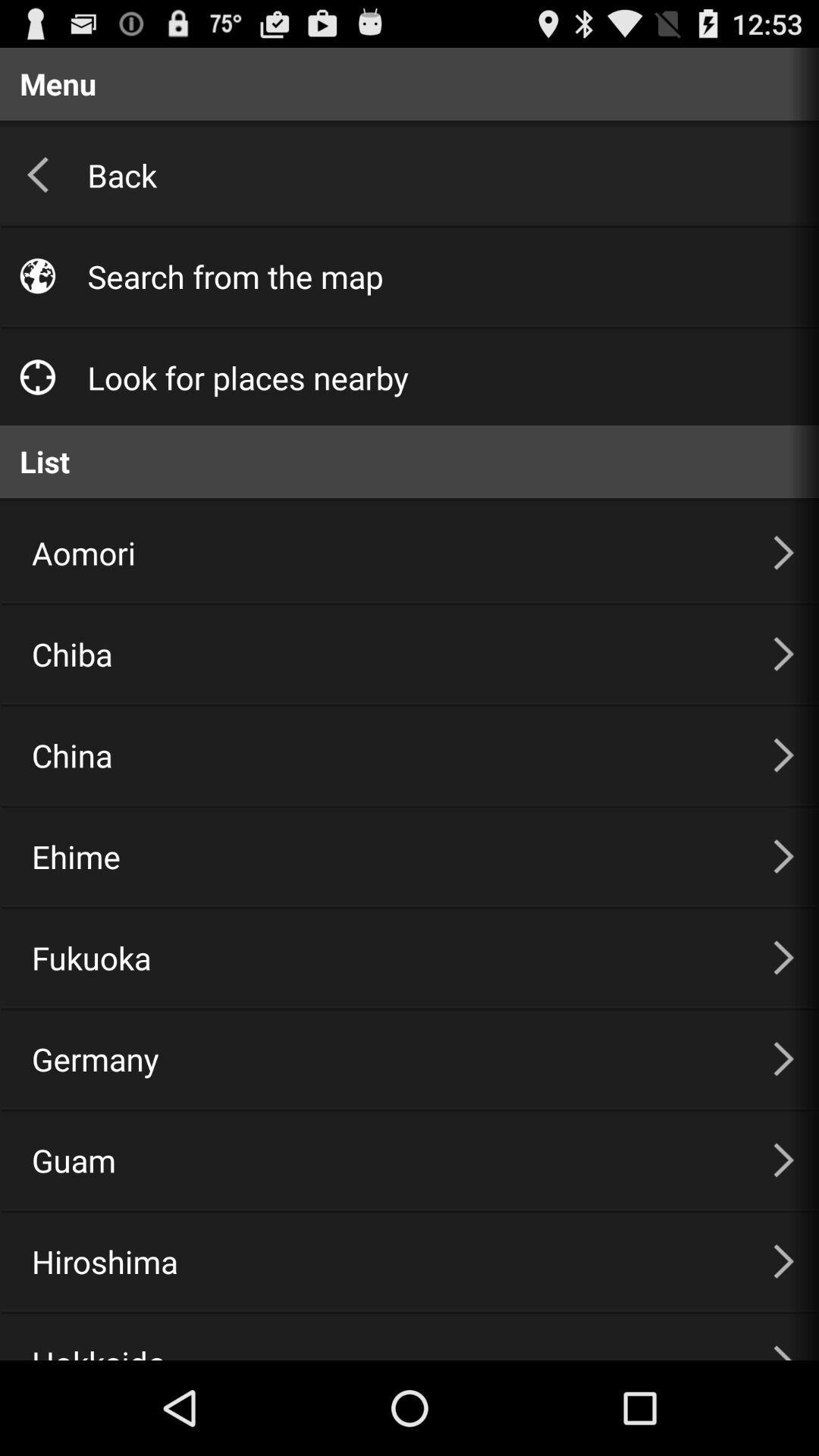 The width and height of the screenshot is (819, 1456). What do you see at coordinates (383, 1337) in the screenshot?
I see `the icon below hiroshima` at bounding box center [383, 1337].